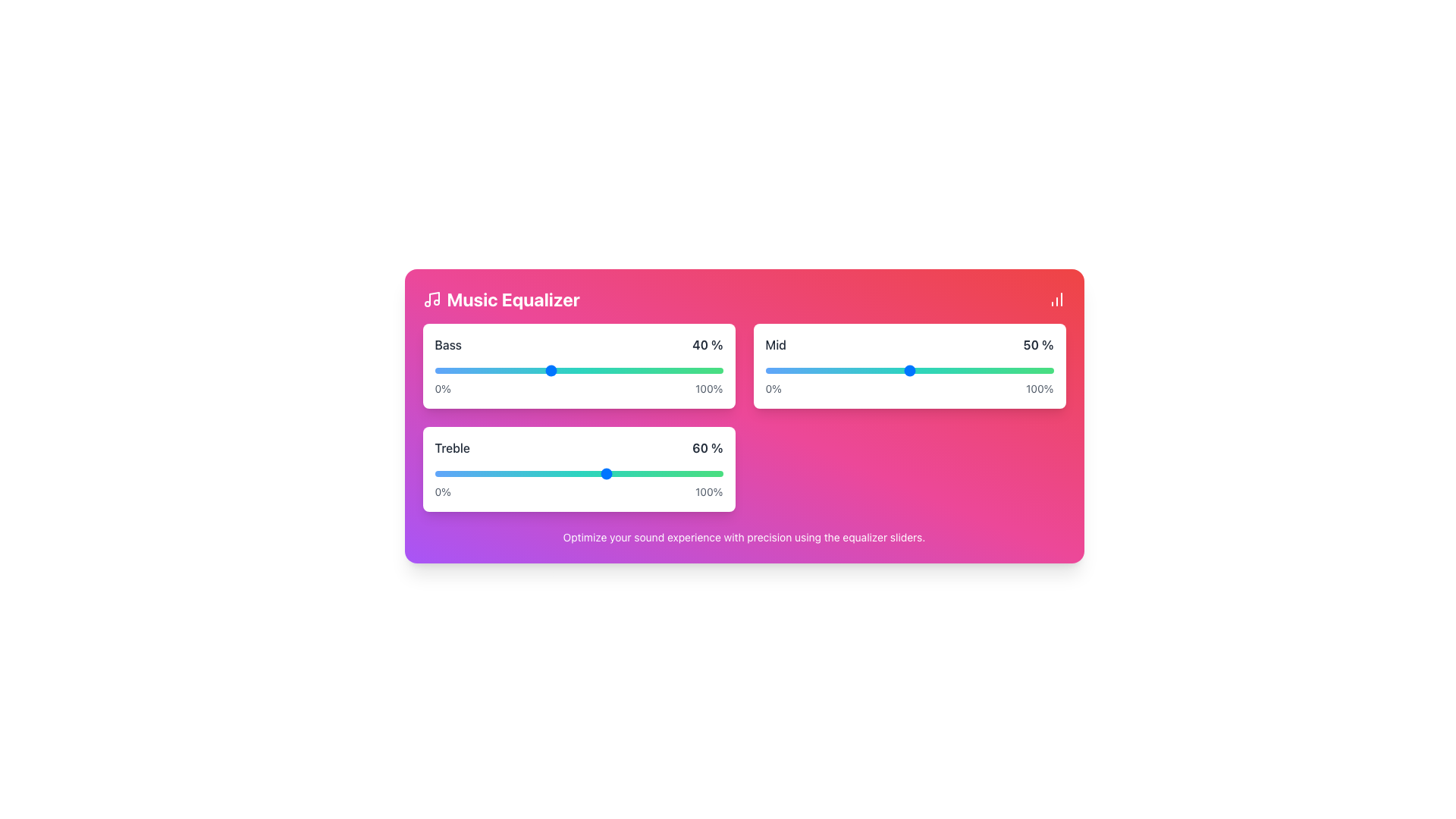 This screenshot has width=1456, height=819. Describe the element at coordinates (524, 371) in the screenshot. I see `the bass equalizer` at that location.